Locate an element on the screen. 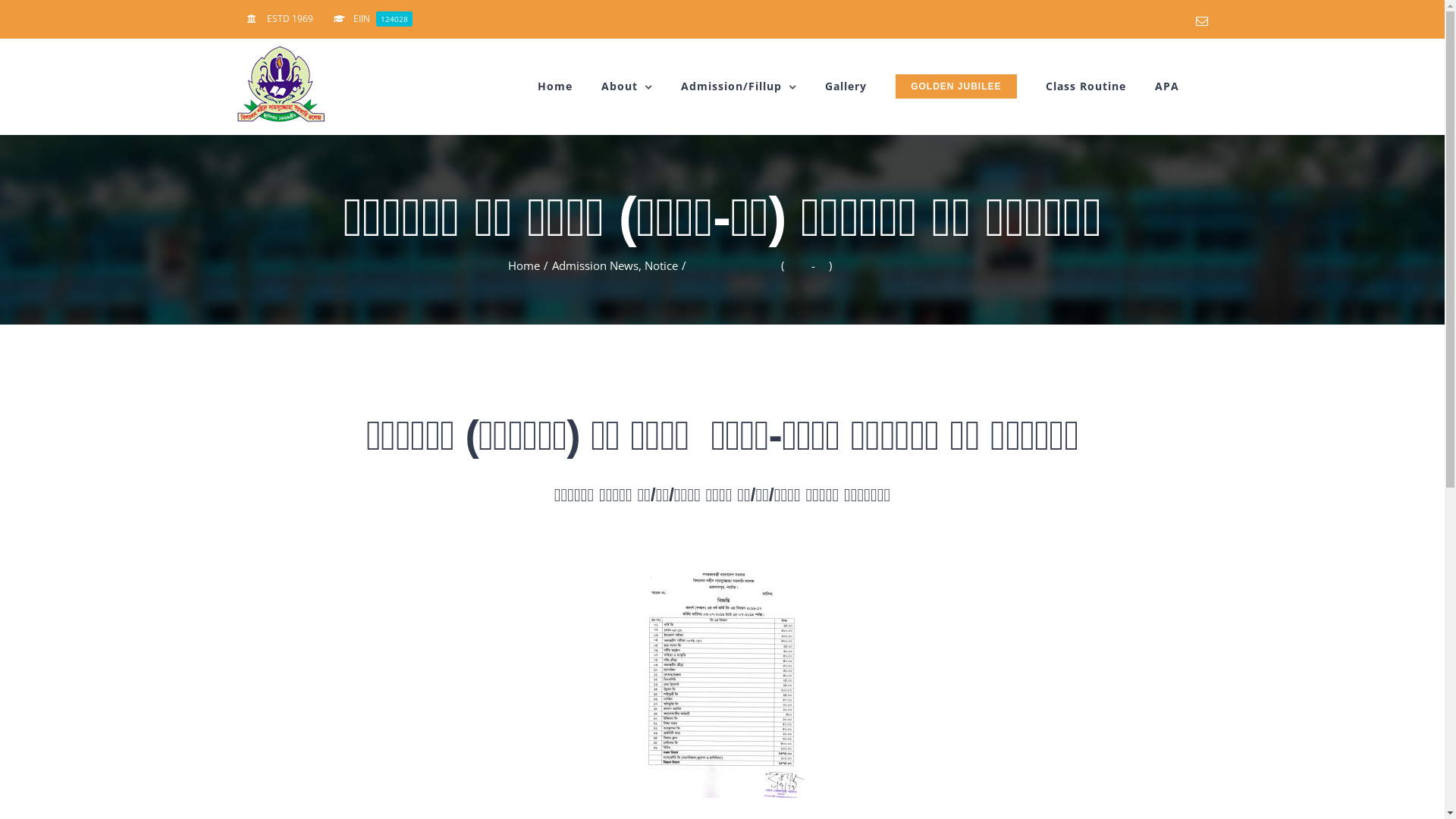  'Gallery' is located at coordinates (845, 86).